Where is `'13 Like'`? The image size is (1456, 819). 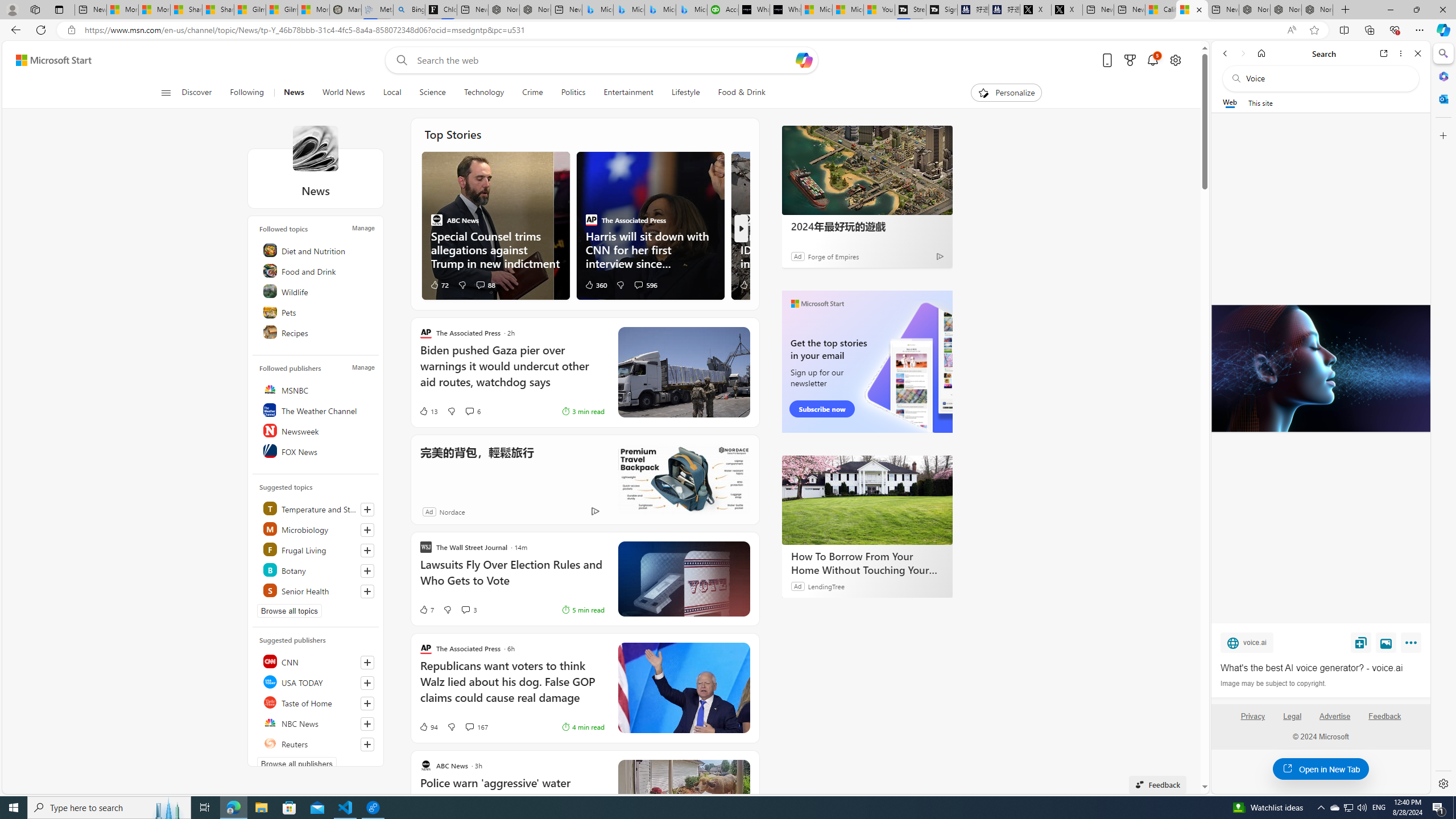 '13 Like' is located at coordinates (427, 410).